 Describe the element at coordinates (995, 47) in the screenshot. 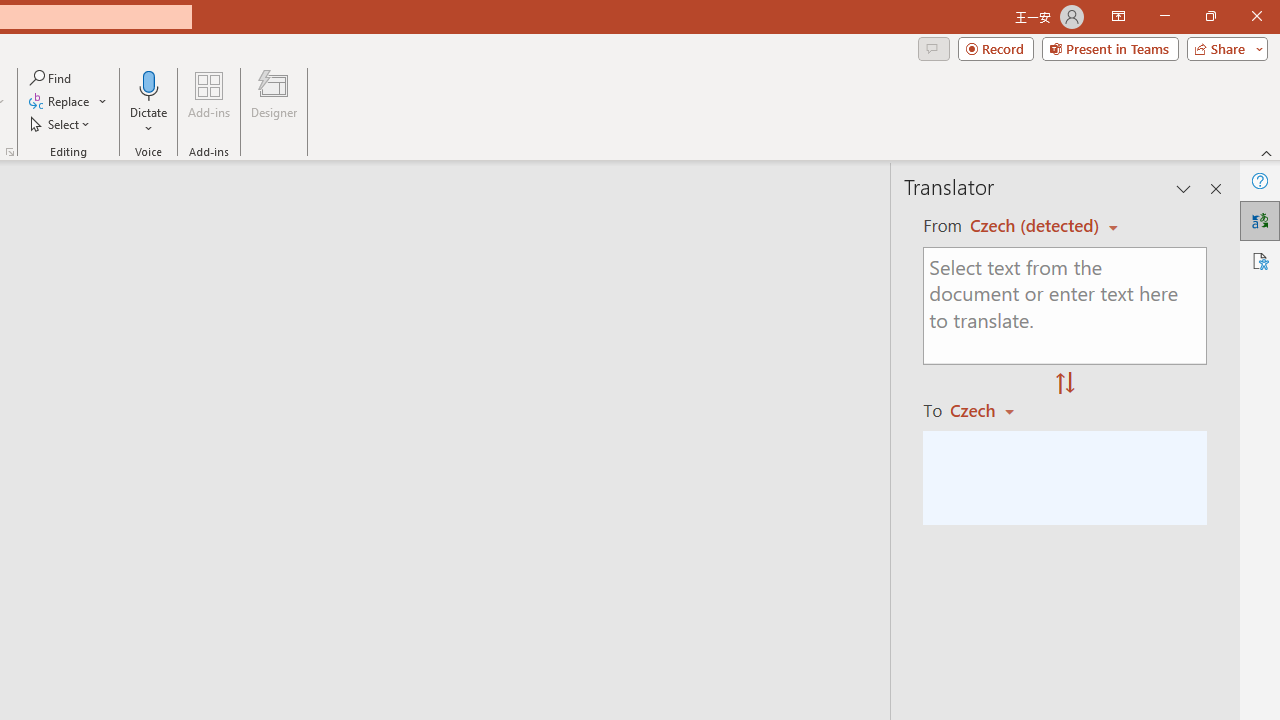

I see `'Record'` at that location.